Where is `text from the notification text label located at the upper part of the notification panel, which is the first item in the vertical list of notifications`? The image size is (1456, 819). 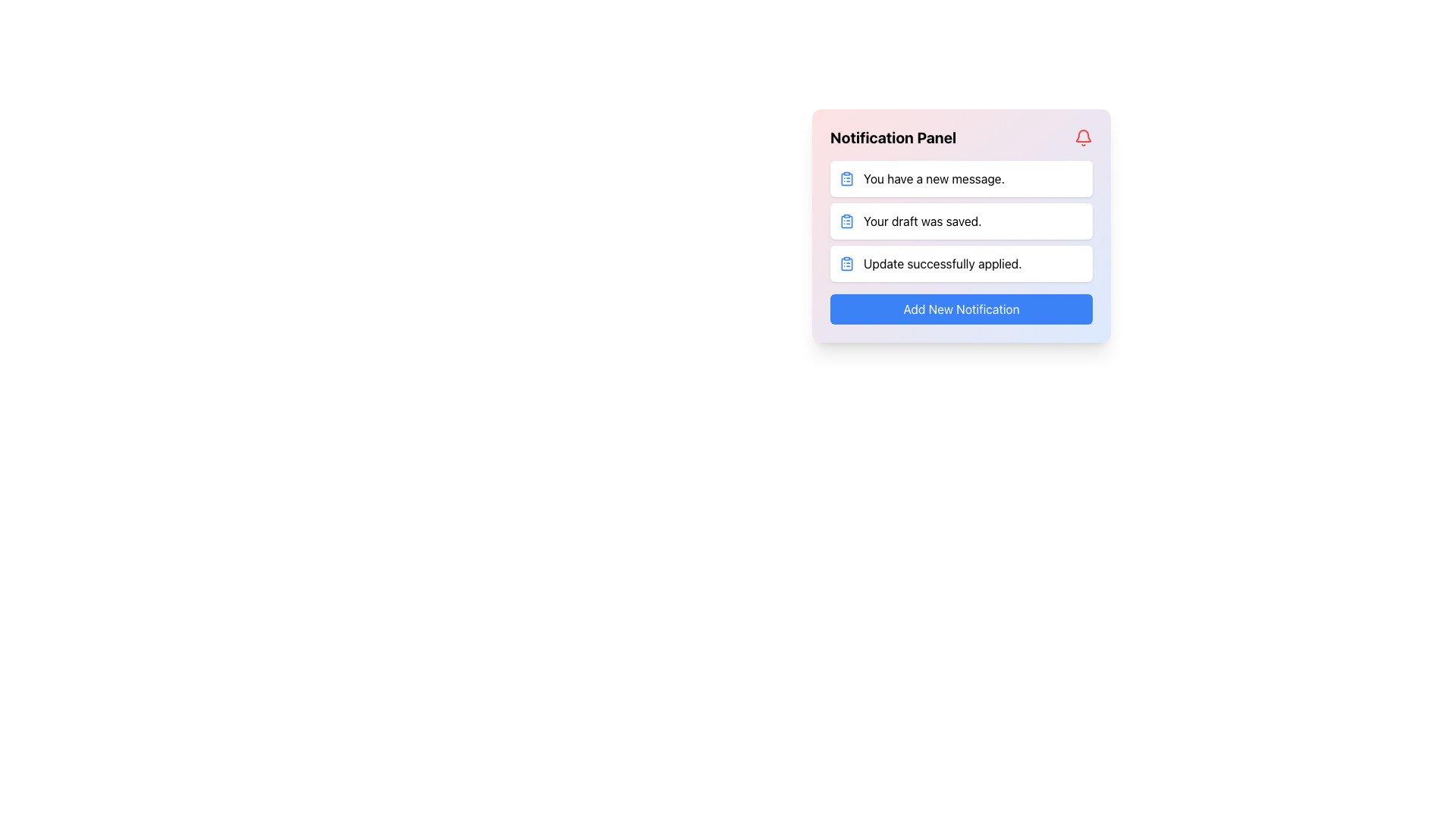 text from the notification text label located at the upper part of the notification panel, which is the first item in the vertical list of notifications is located at coordinates (934, 177).